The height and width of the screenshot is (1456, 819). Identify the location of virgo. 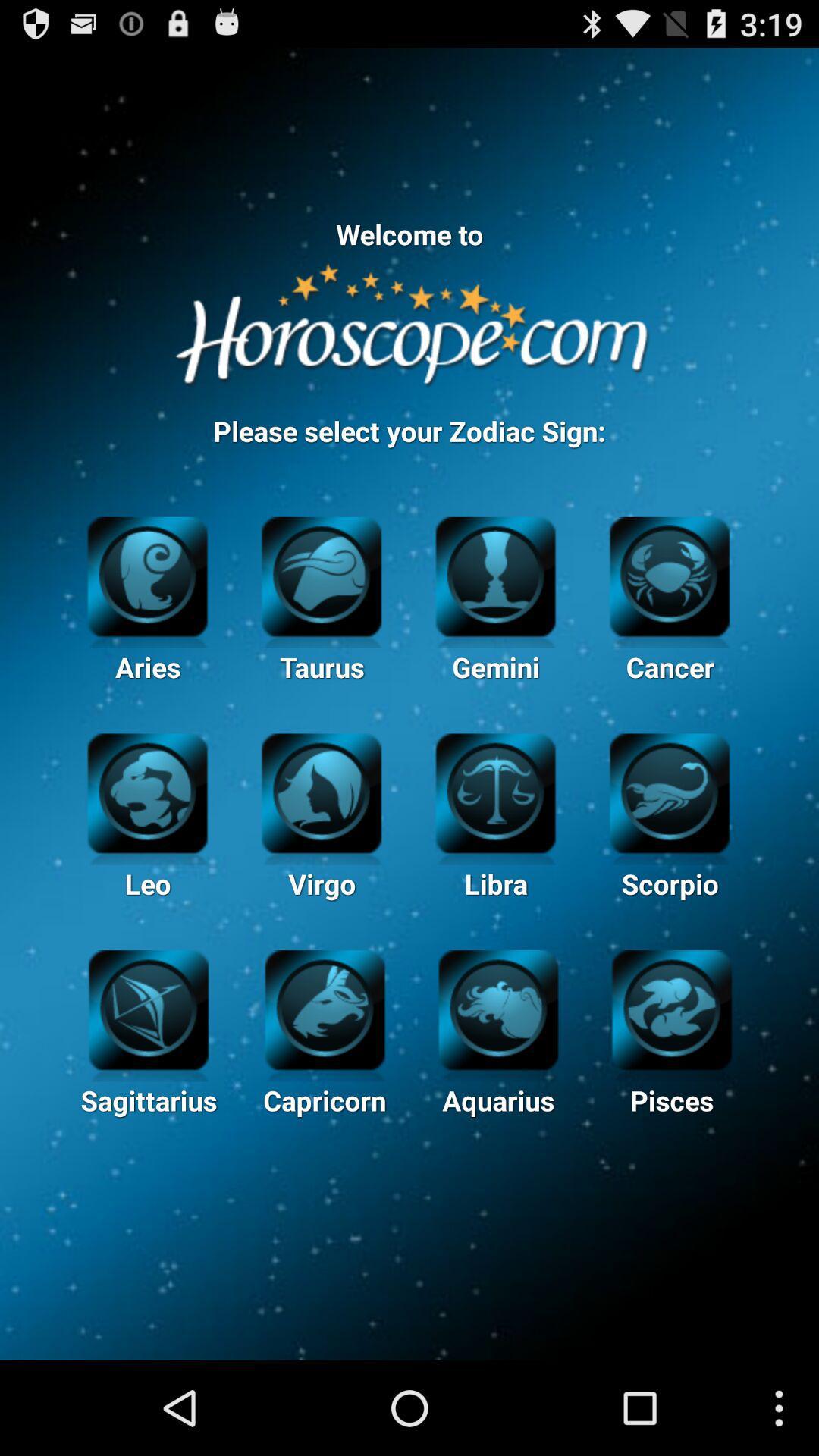
(321, 790).